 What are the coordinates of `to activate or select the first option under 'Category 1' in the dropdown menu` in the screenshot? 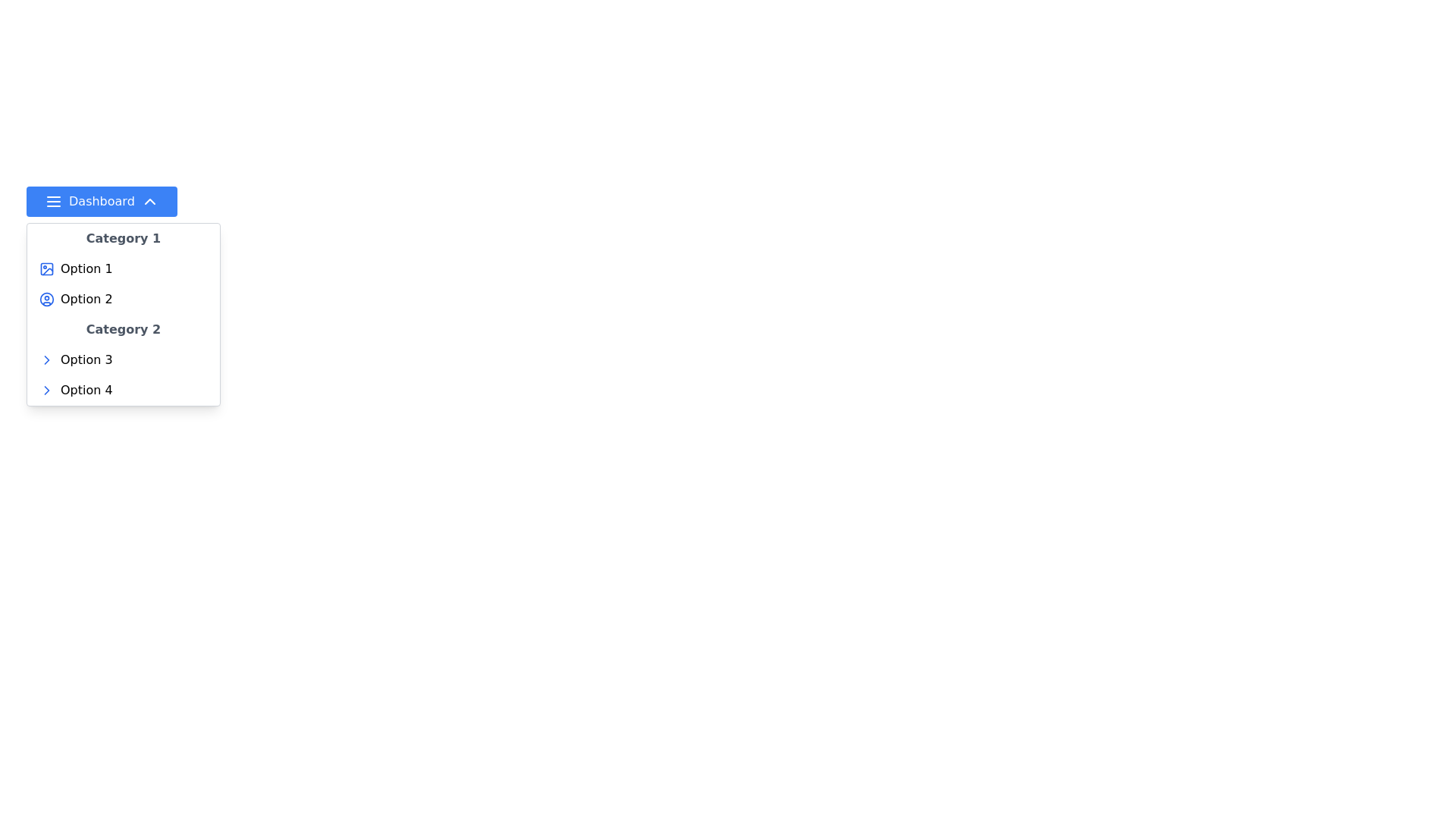 It's located at (124, 268).